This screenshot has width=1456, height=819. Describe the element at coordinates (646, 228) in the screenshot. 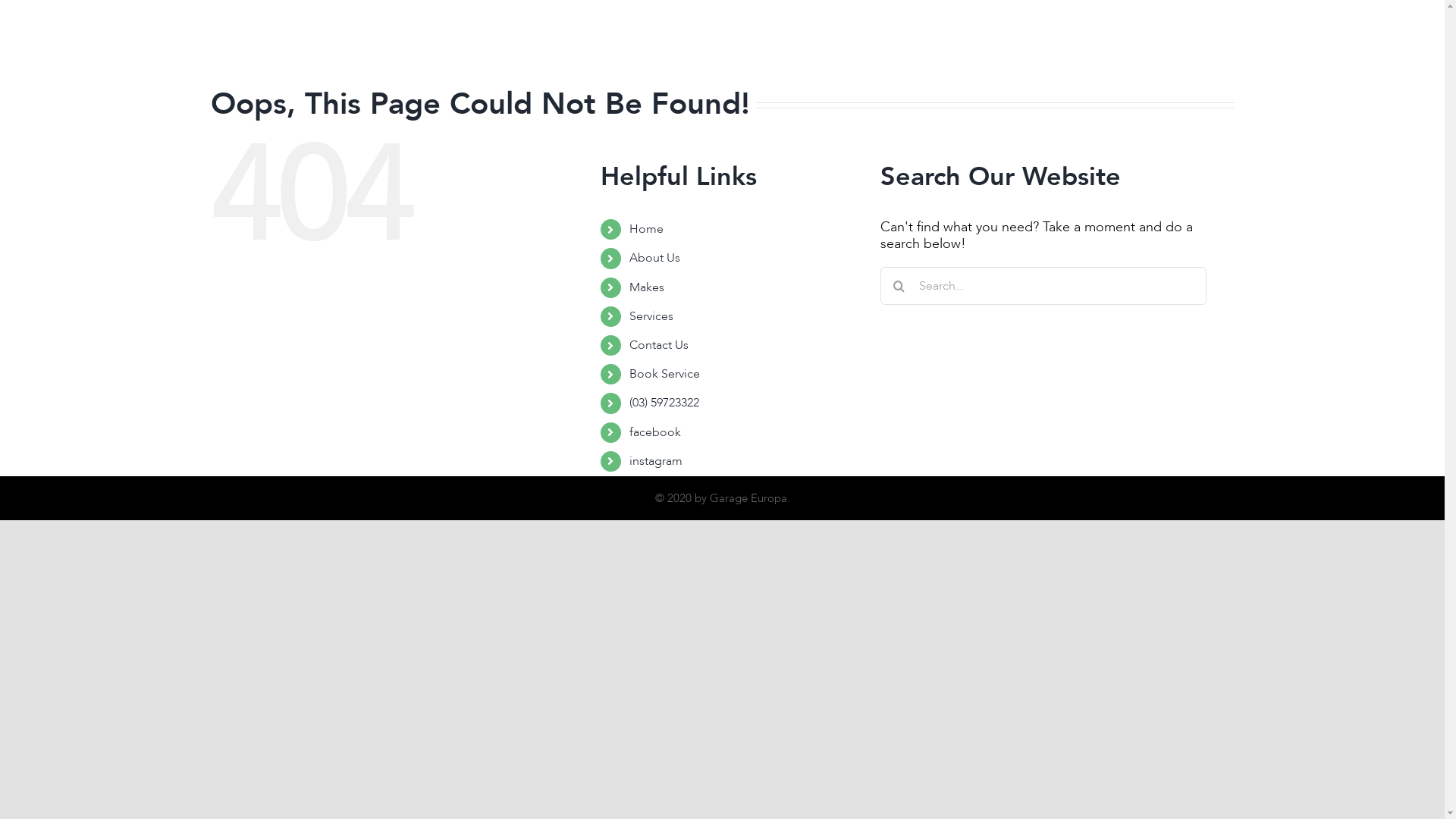

I see `'Home'` at that location.